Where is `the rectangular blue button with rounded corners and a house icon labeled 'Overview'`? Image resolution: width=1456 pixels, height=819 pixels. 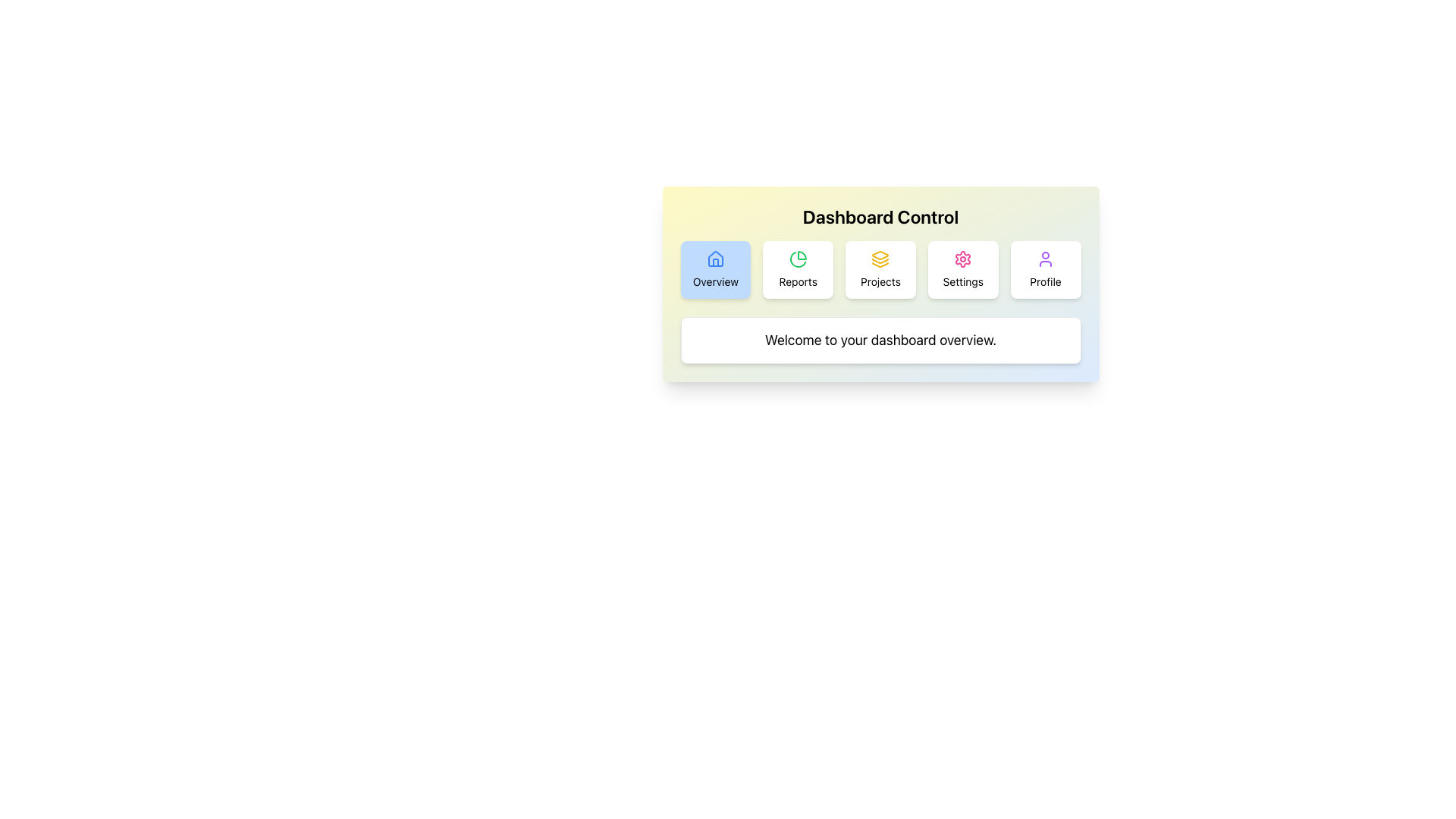
the rectangular blue button with rounded corners and a house icon labeled 'Overview' is located at coordinates (714, 268).